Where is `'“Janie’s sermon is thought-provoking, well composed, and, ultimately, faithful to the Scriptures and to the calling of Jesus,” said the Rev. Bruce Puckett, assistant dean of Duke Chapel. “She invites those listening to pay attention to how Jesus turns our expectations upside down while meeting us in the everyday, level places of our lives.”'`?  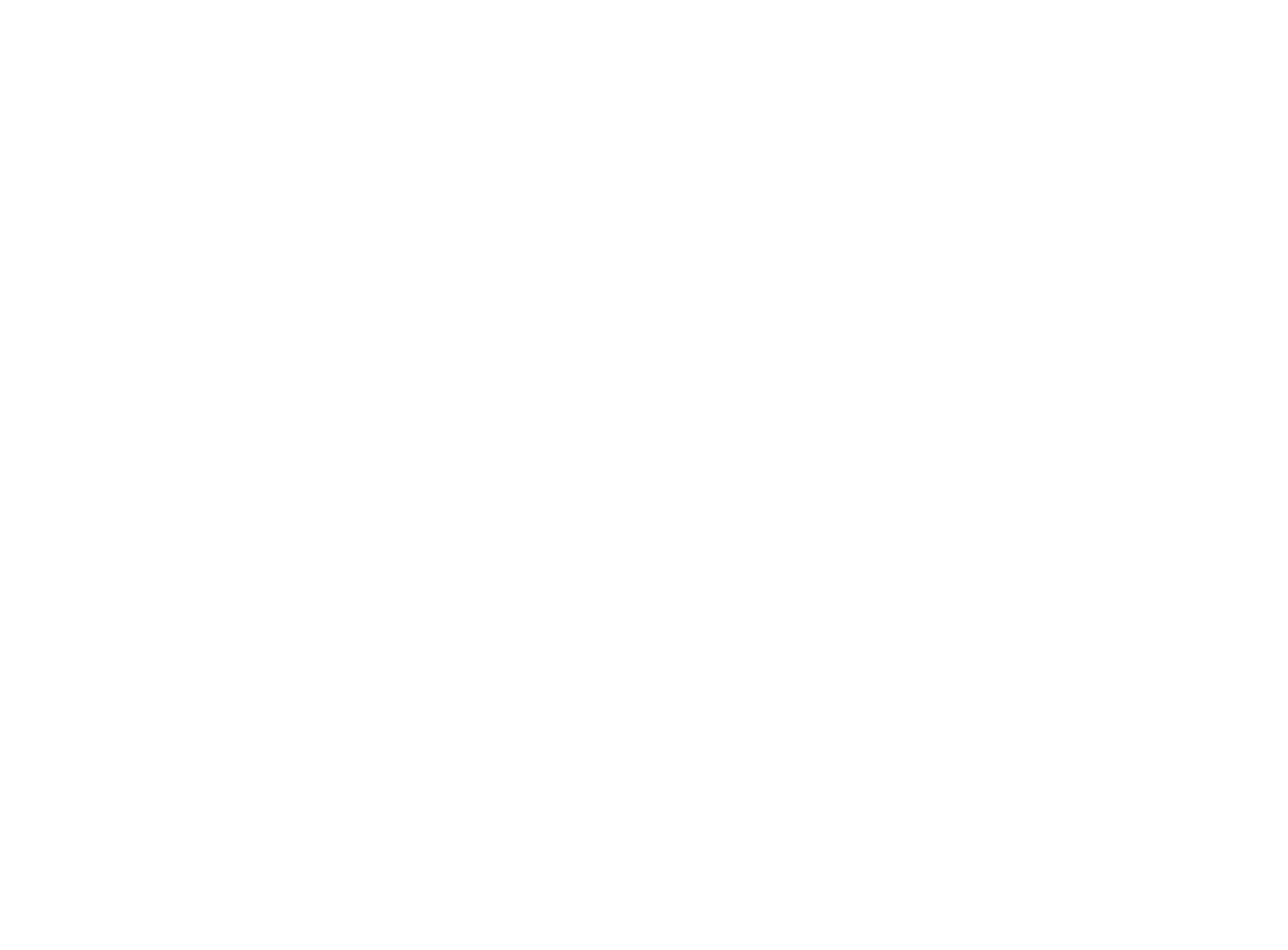 '“Janie’s sermon is thought-provoking, well composed, and, ultimately, faithful to the Scriptures and to the calling of Jesus,” said the Rev. Bruce Puckett, assistant dean of Duke Chapel. “She invites those listening to pay attention to how Jesus turns our expectations upside down while meeting us in the everyday, level places of our lives.”' is located at coordinates (639, 788).